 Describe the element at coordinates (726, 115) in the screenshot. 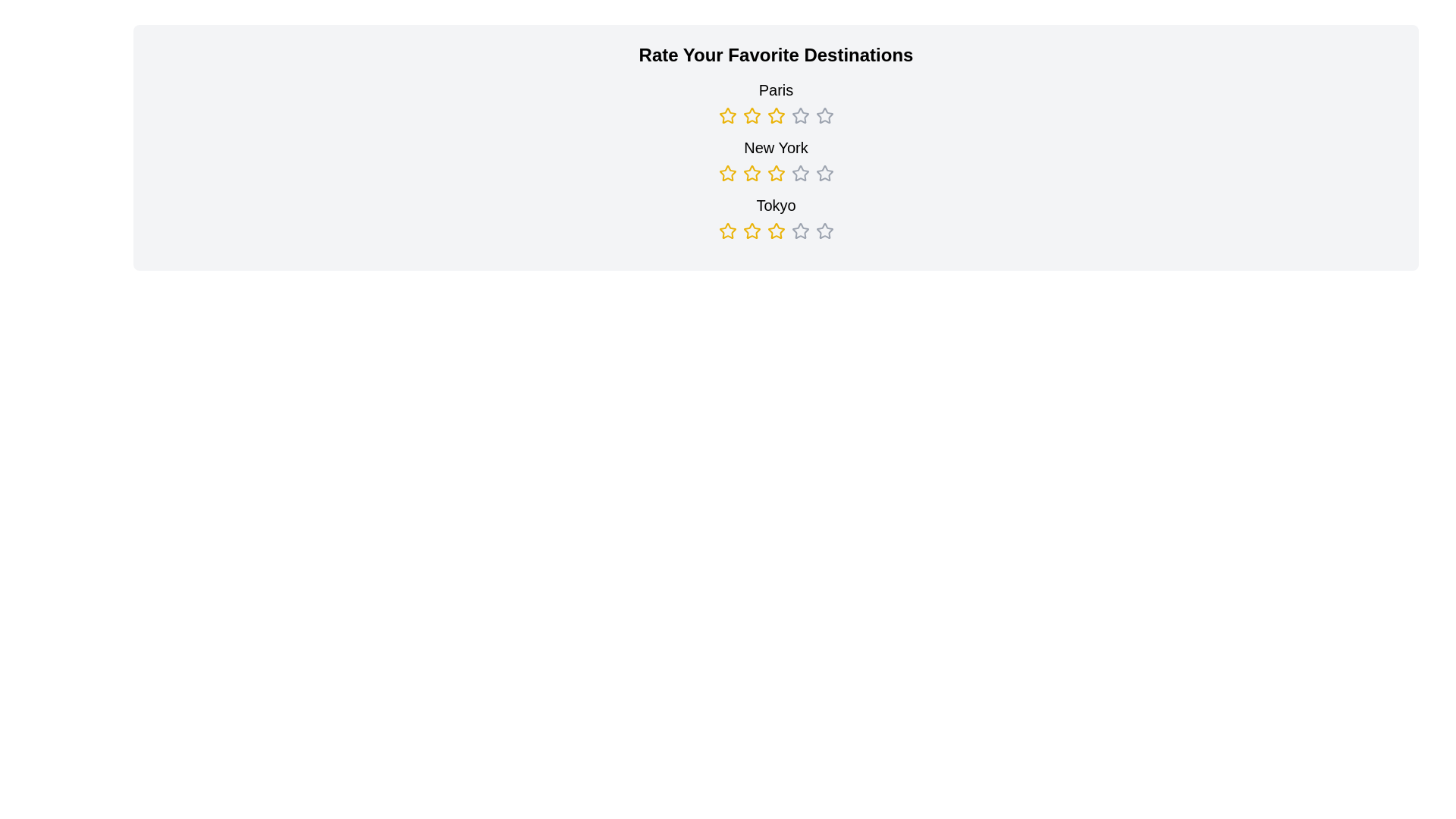

I see `the first star rating icon for 'Paris'` at that location.